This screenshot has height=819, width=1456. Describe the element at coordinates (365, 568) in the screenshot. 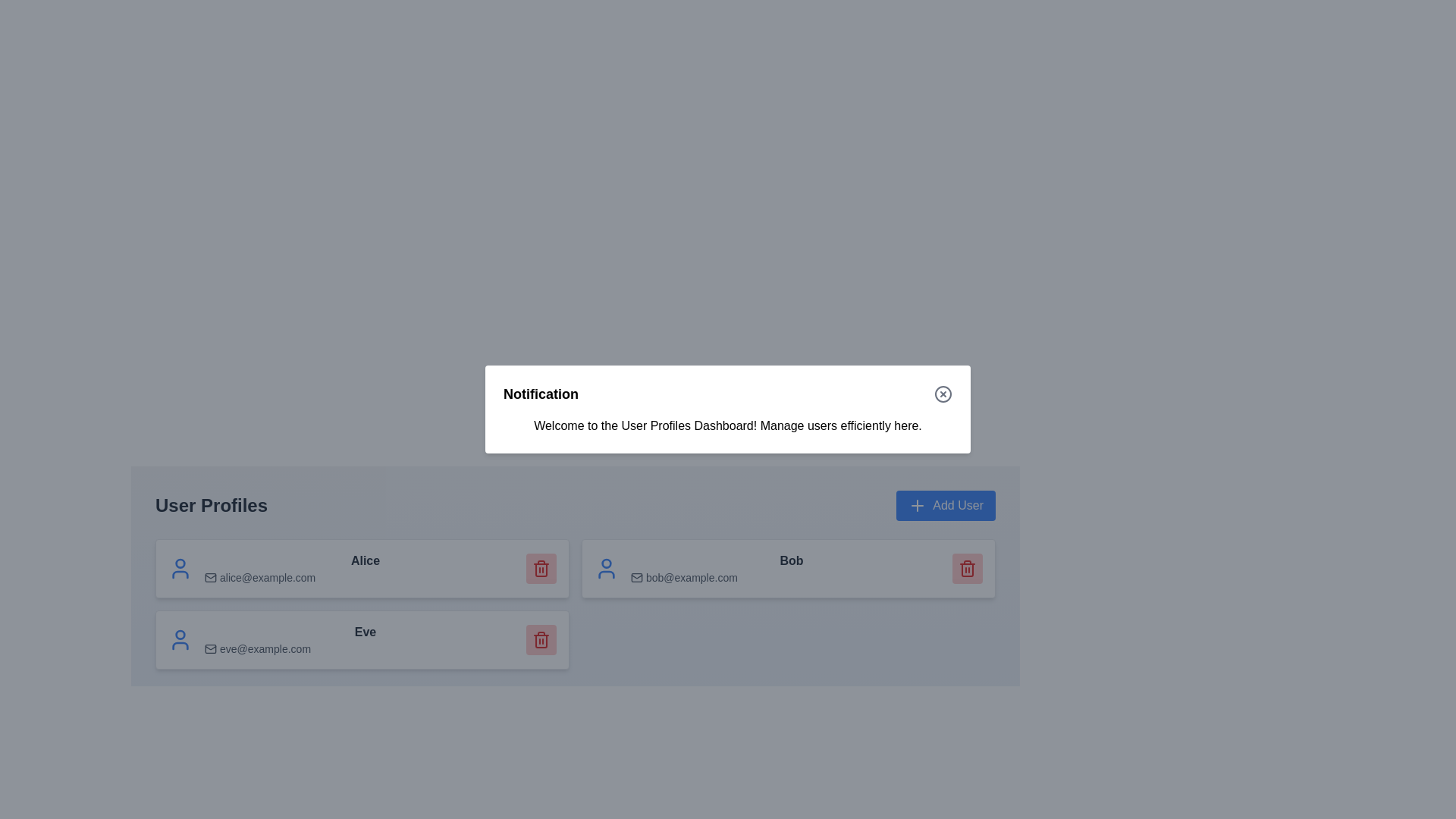

I see `the text label displaying 'Alice' in bold, black font` at that location.